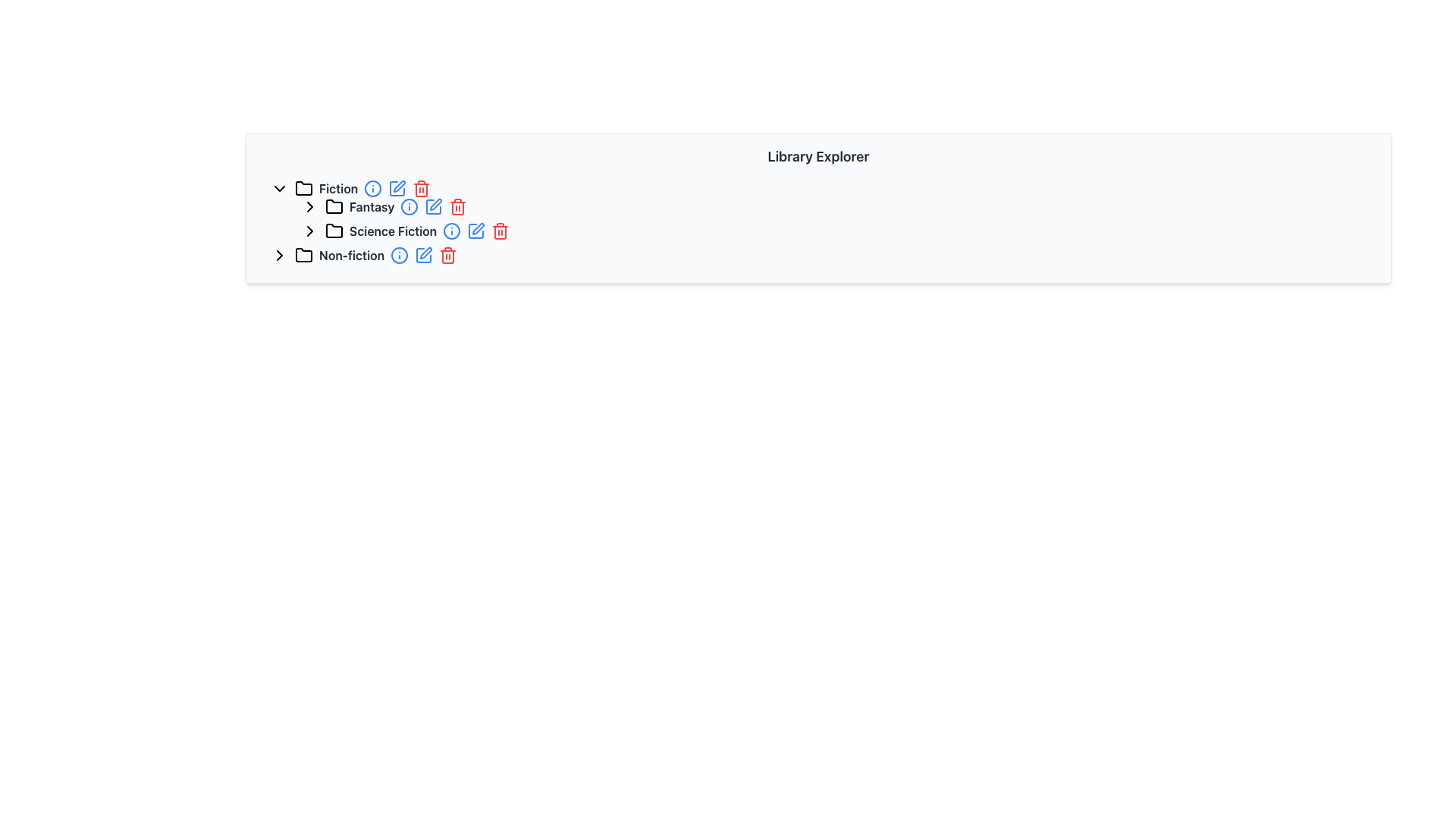  What do you see at coordinates (400, 254) in the screenshot?
I see `the SVG circle element that represents the core of the information icon next to the 'Science Fiction' entry` at bounding box center [400, 254].